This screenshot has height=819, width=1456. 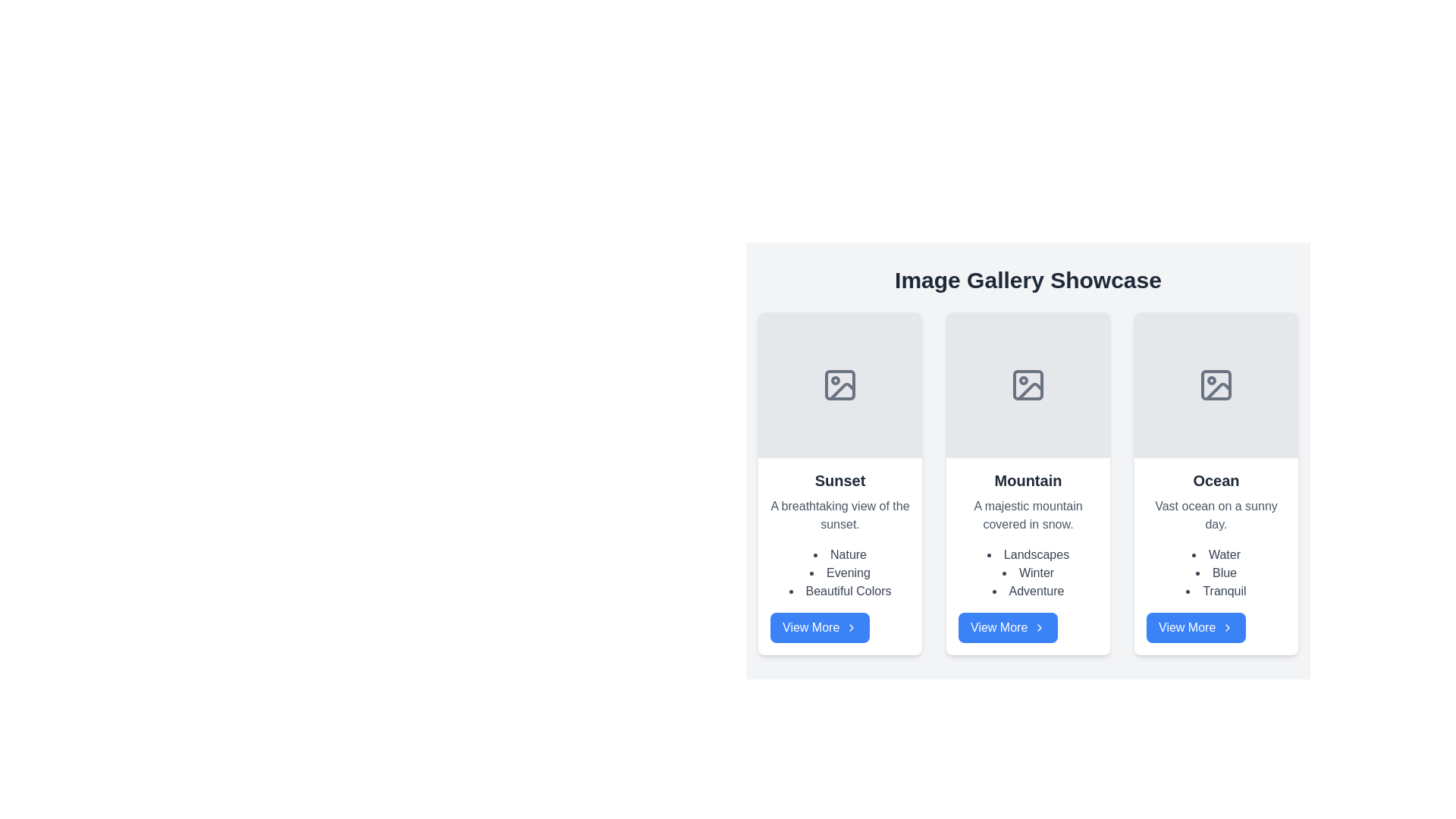 I want to click on the graphical decoration rectangular shape within the icon located in the middle card of the three-card layout in the gallery, so click(x=1028, y=384).